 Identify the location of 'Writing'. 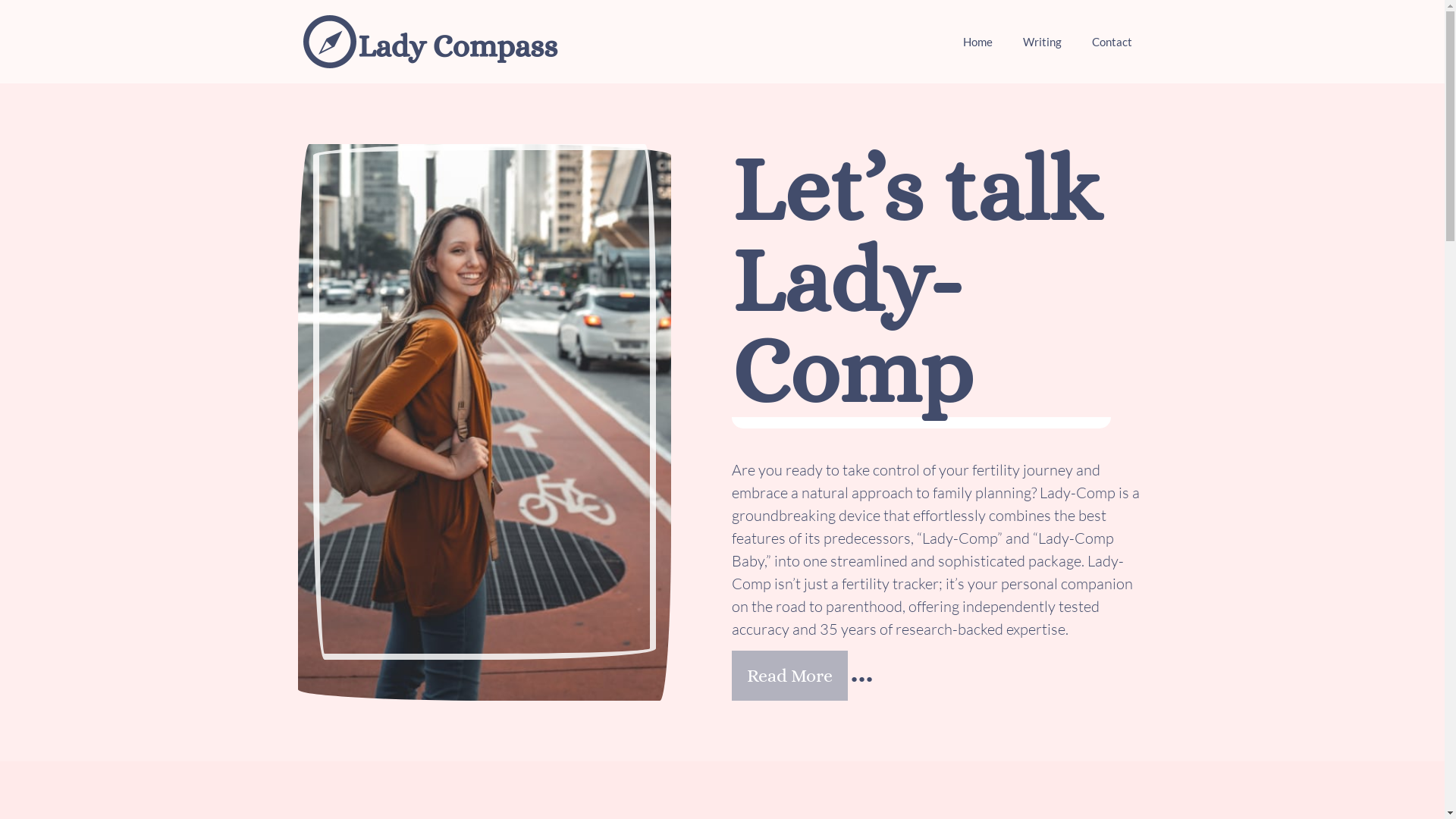
(1040, 40).